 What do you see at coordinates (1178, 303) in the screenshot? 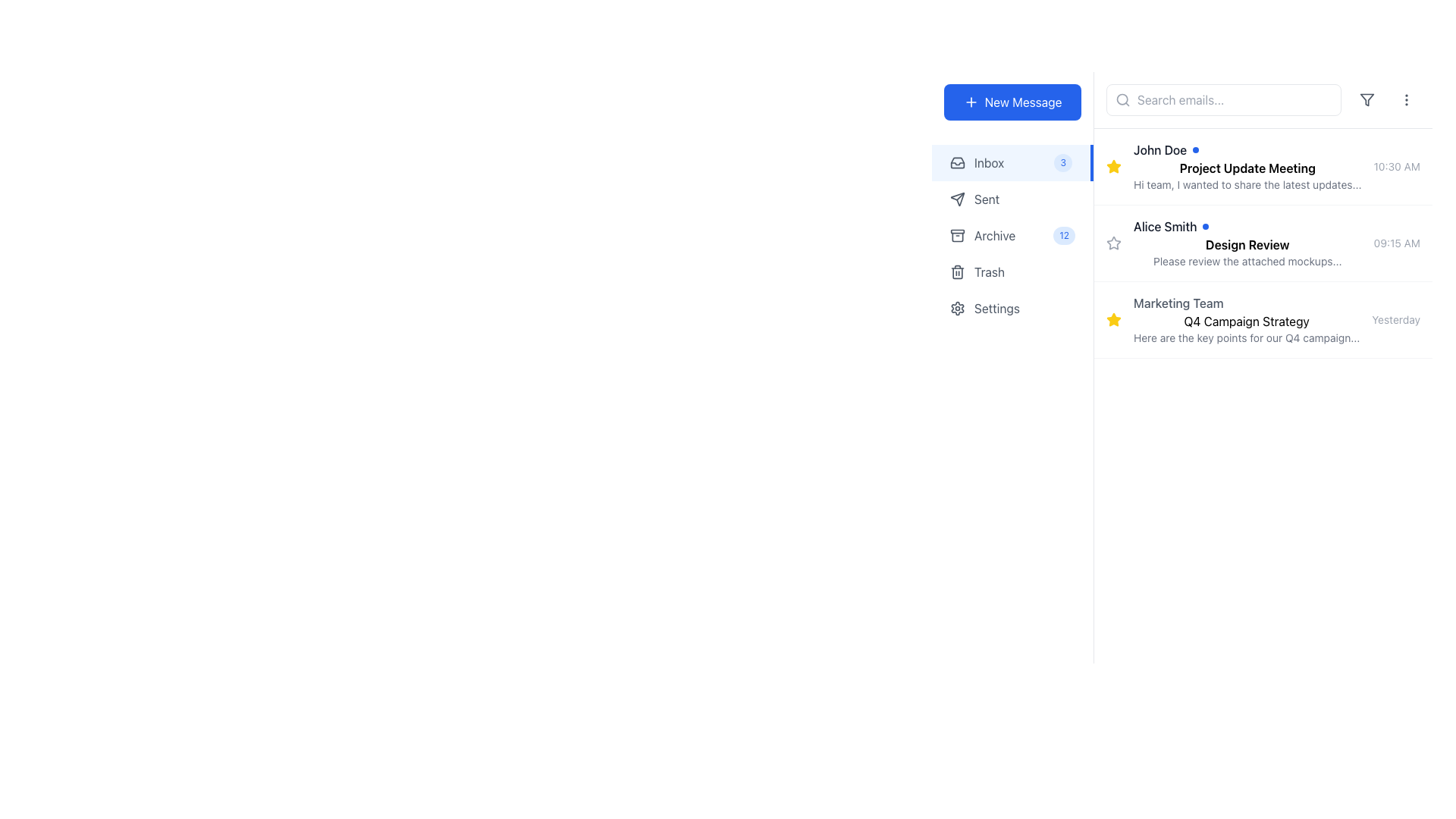
I see `the sender's name label for the third email entry, located above the subject line 'Q4 Campaign Strategy' in the content area` at bounding box center [1178, 303].